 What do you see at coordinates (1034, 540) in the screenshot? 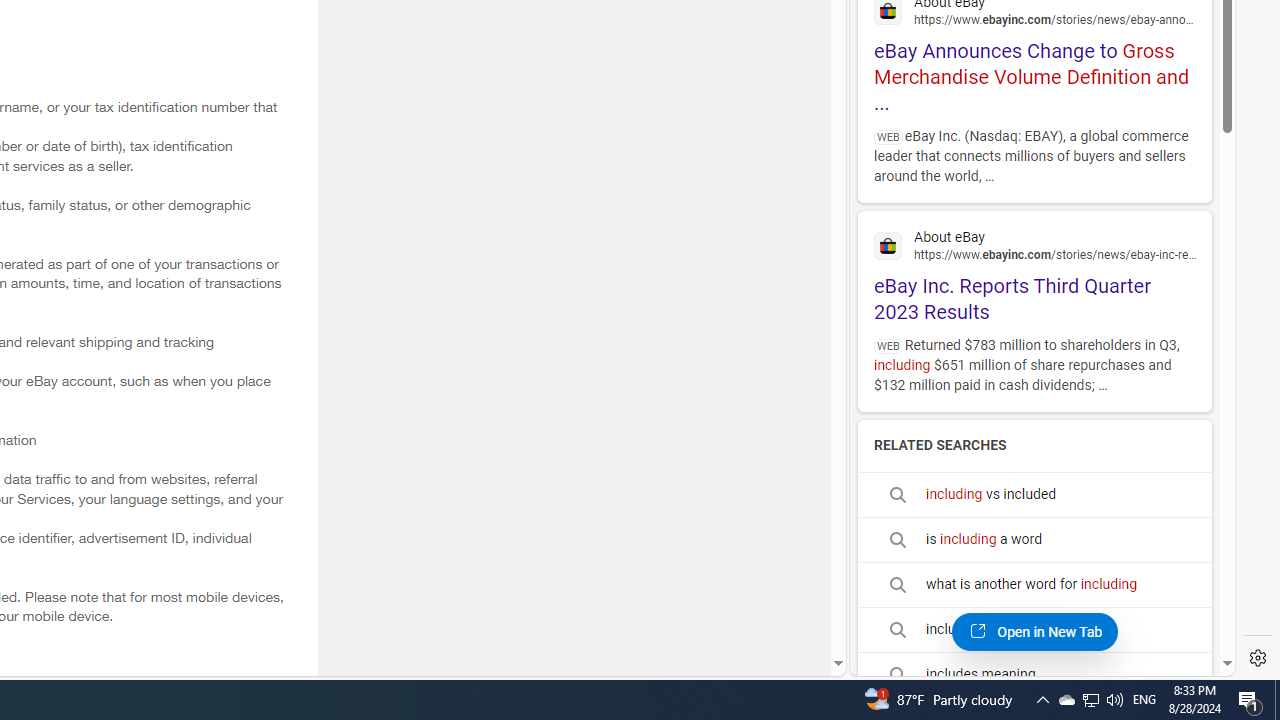
I see `'is including a word'` at bounding box center [1034, 540].